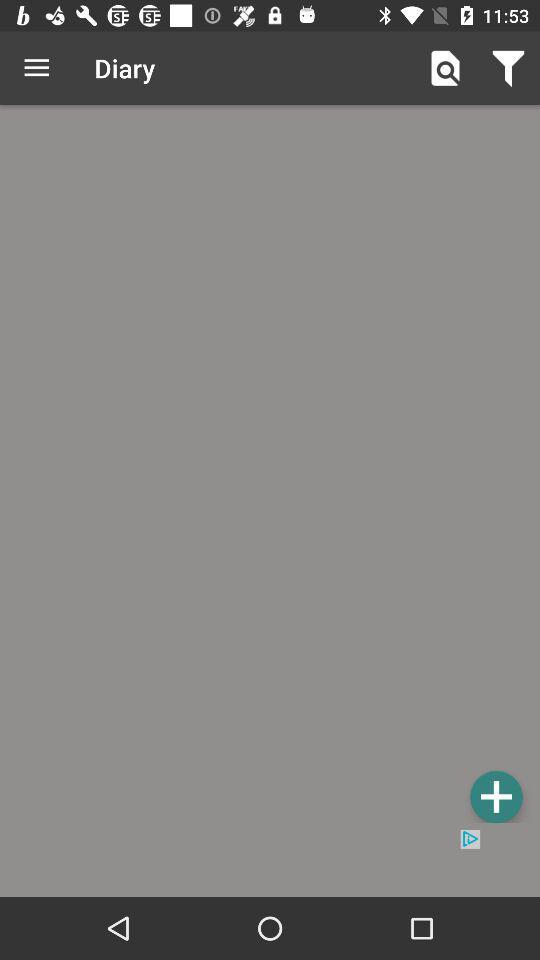 The height and width of the screenshot is (960, 540). I want to click on open new diary entry, so click(495, 796).